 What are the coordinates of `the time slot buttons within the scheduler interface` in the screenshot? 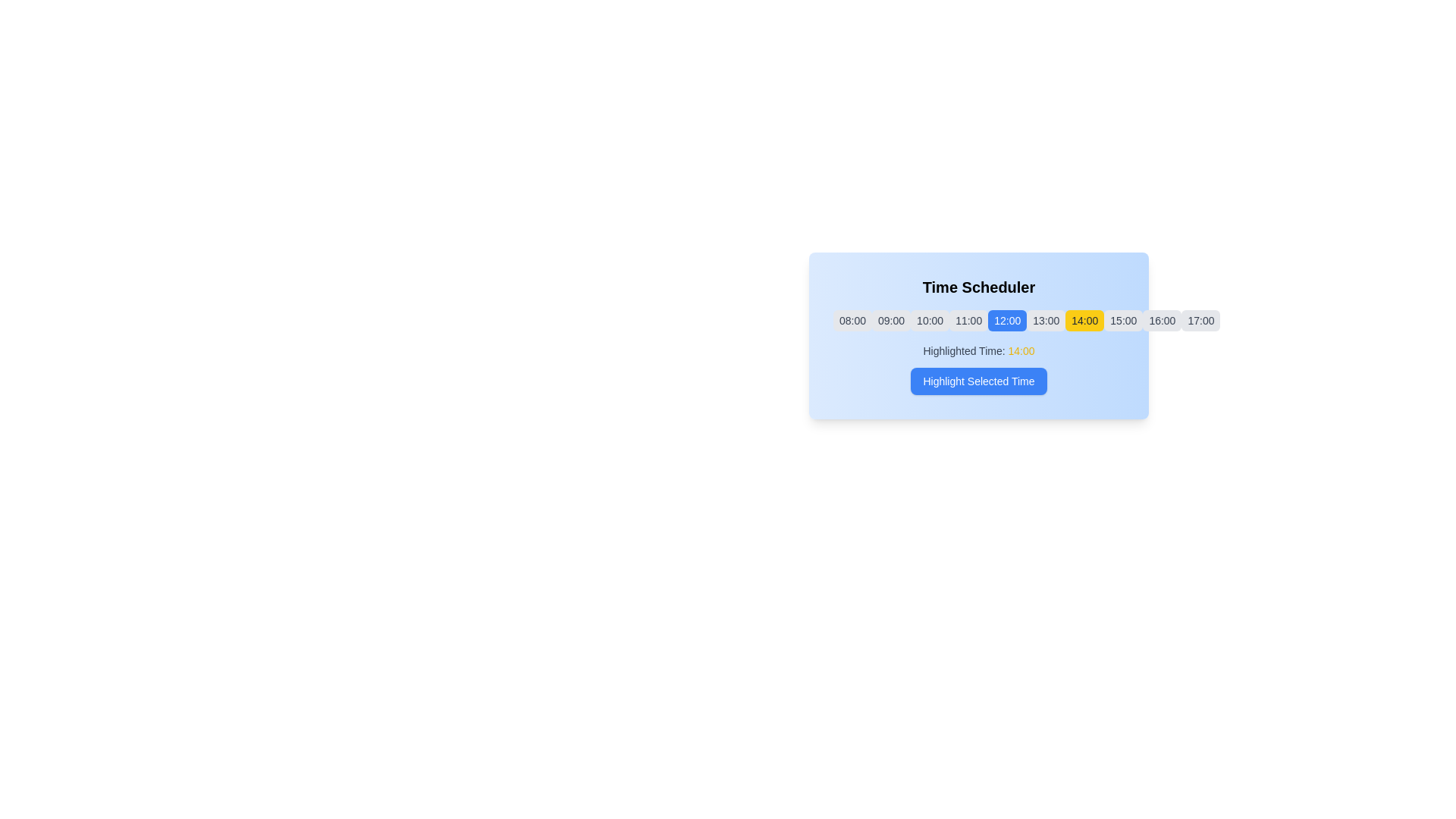 It's located at (979, 335).